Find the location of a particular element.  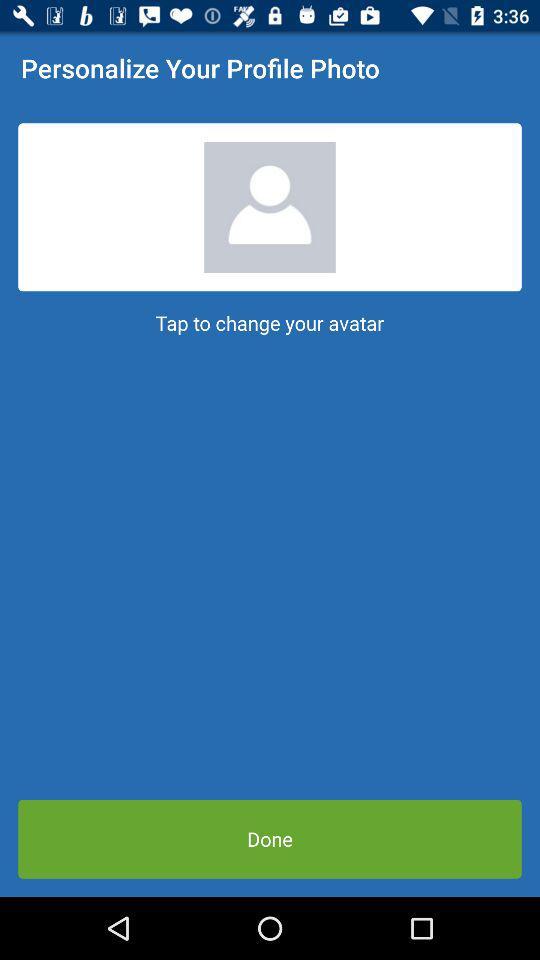

change profile photo is located at coordinates (270, 207).